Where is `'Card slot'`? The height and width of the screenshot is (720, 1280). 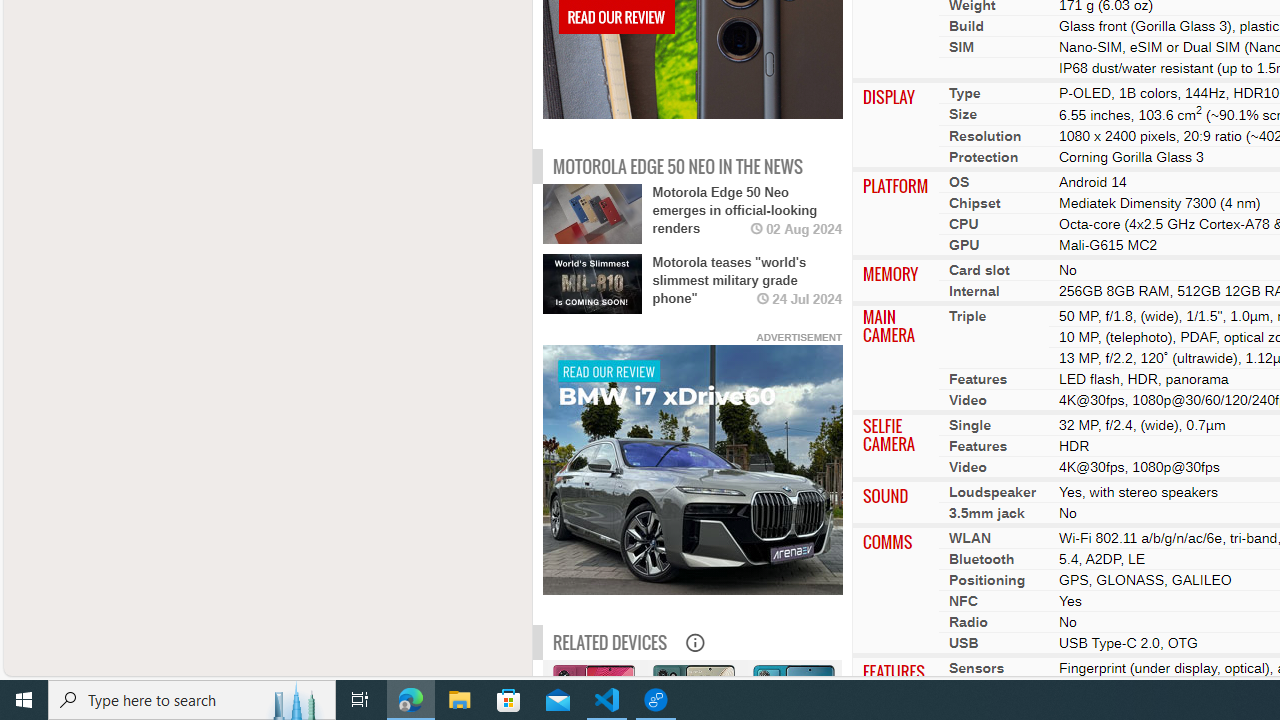 'Card slot' is located at coordinates (979, 268).